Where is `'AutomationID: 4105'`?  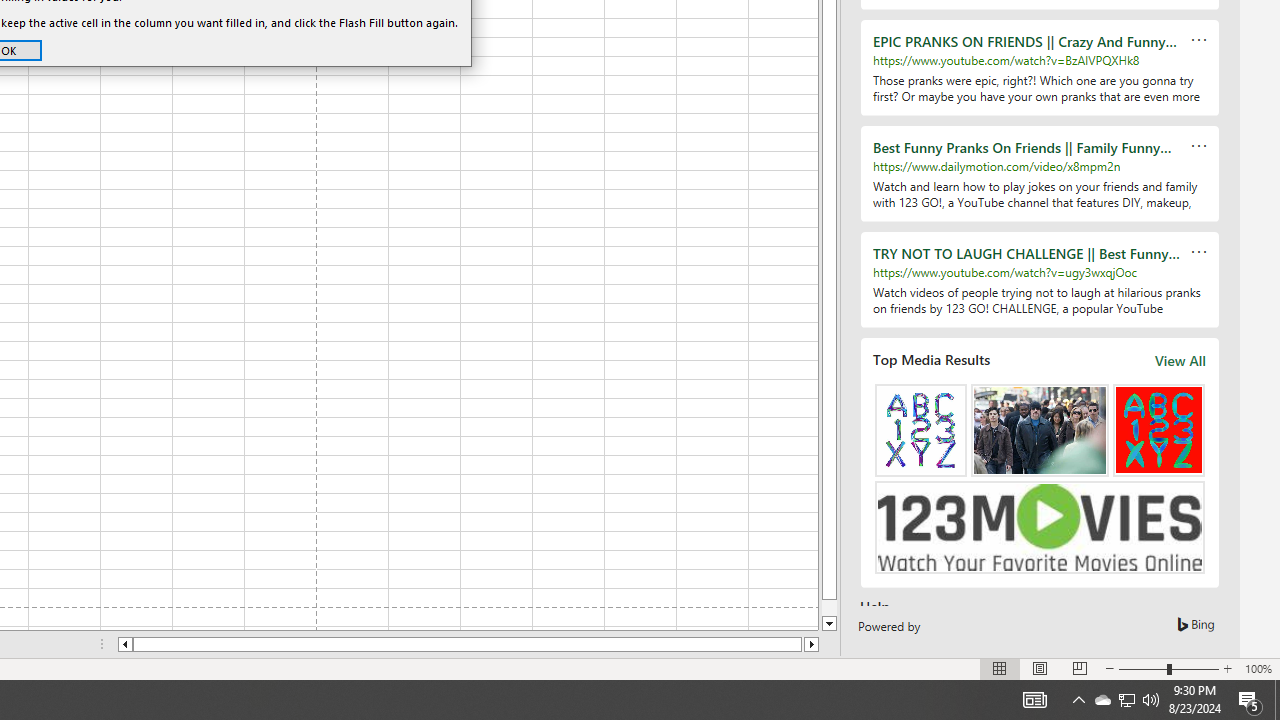
'AutomationID: 4105' is located at coordinates (1034, 698).